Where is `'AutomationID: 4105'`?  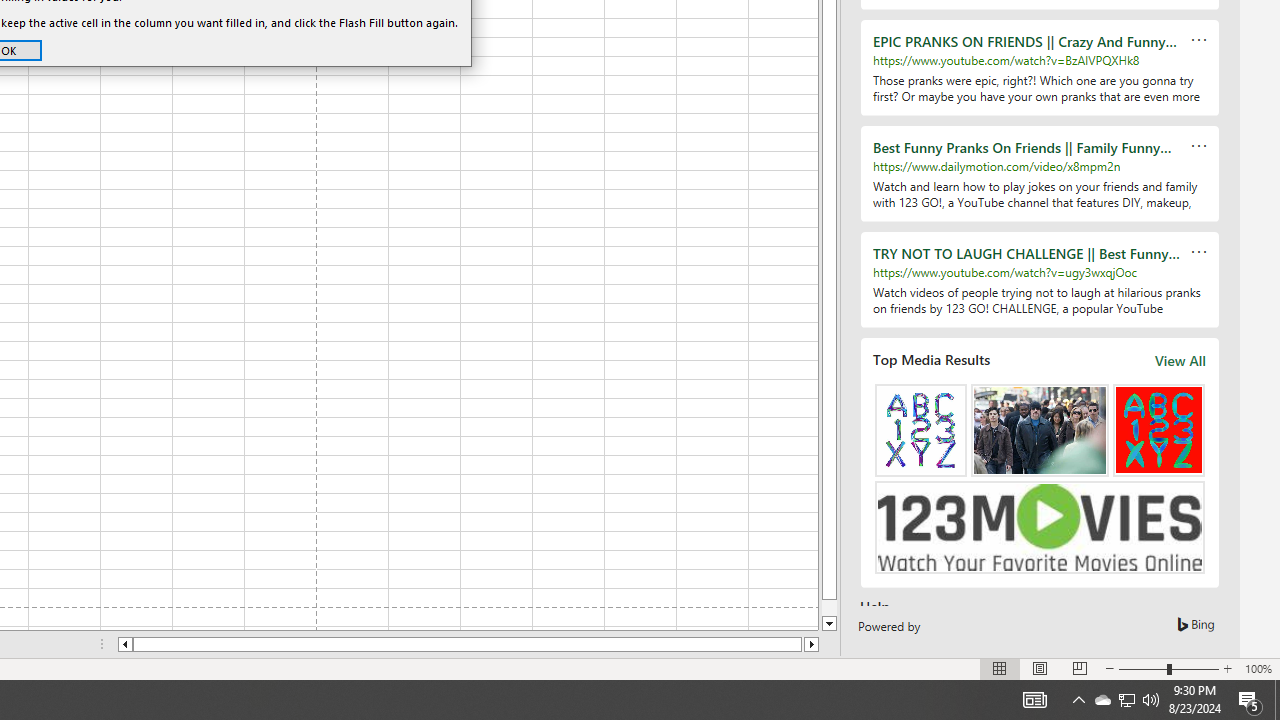
'AutomationID: 4105' is located at coordinates (1034, 698).